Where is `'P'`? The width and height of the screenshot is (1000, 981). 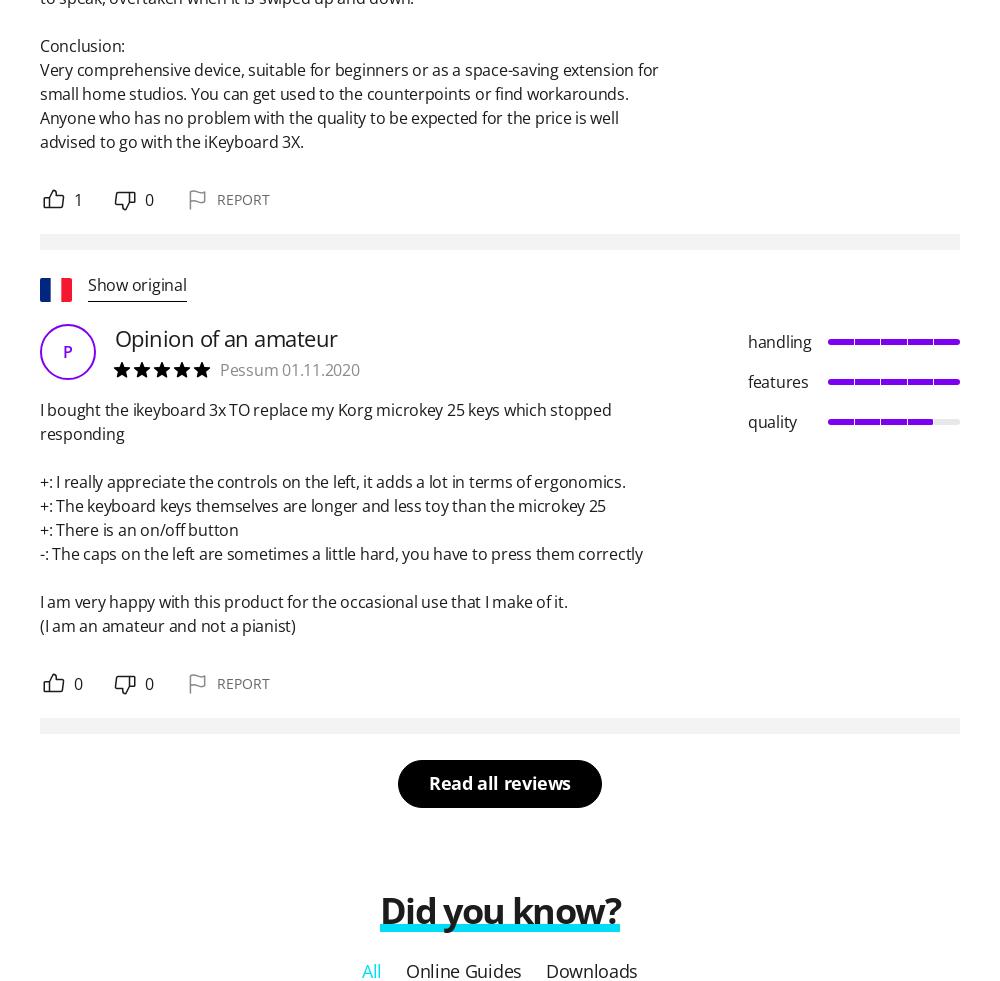 'P' is located at coordinates (66, 350).